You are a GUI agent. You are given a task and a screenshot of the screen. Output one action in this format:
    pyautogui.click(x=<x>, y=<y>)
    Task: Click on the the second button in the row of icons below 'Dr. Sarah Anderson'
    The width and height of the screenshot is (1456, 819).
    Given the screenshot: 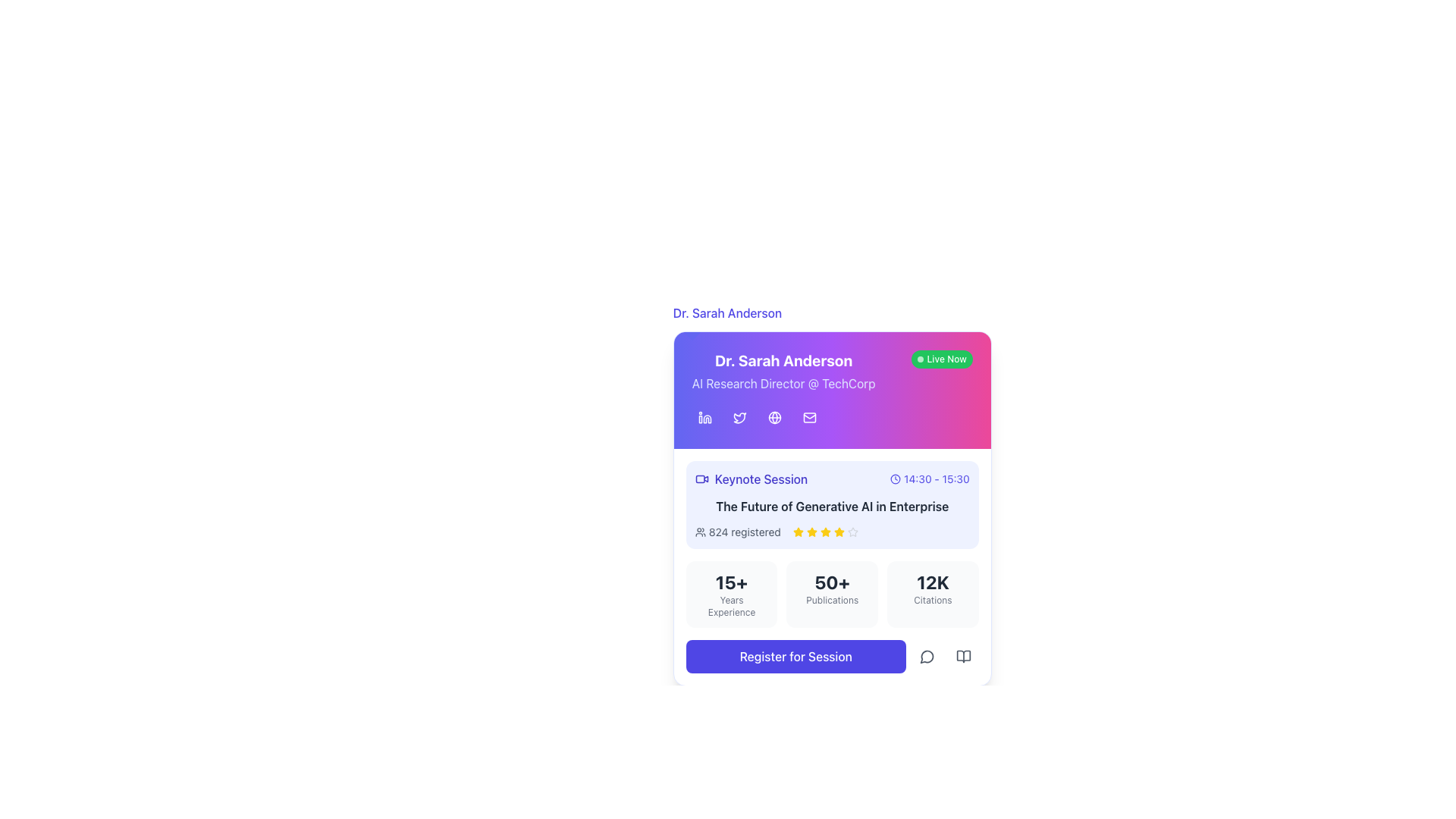 What is the action you would take?
    pyautogui.click(x=739, y=418)
    